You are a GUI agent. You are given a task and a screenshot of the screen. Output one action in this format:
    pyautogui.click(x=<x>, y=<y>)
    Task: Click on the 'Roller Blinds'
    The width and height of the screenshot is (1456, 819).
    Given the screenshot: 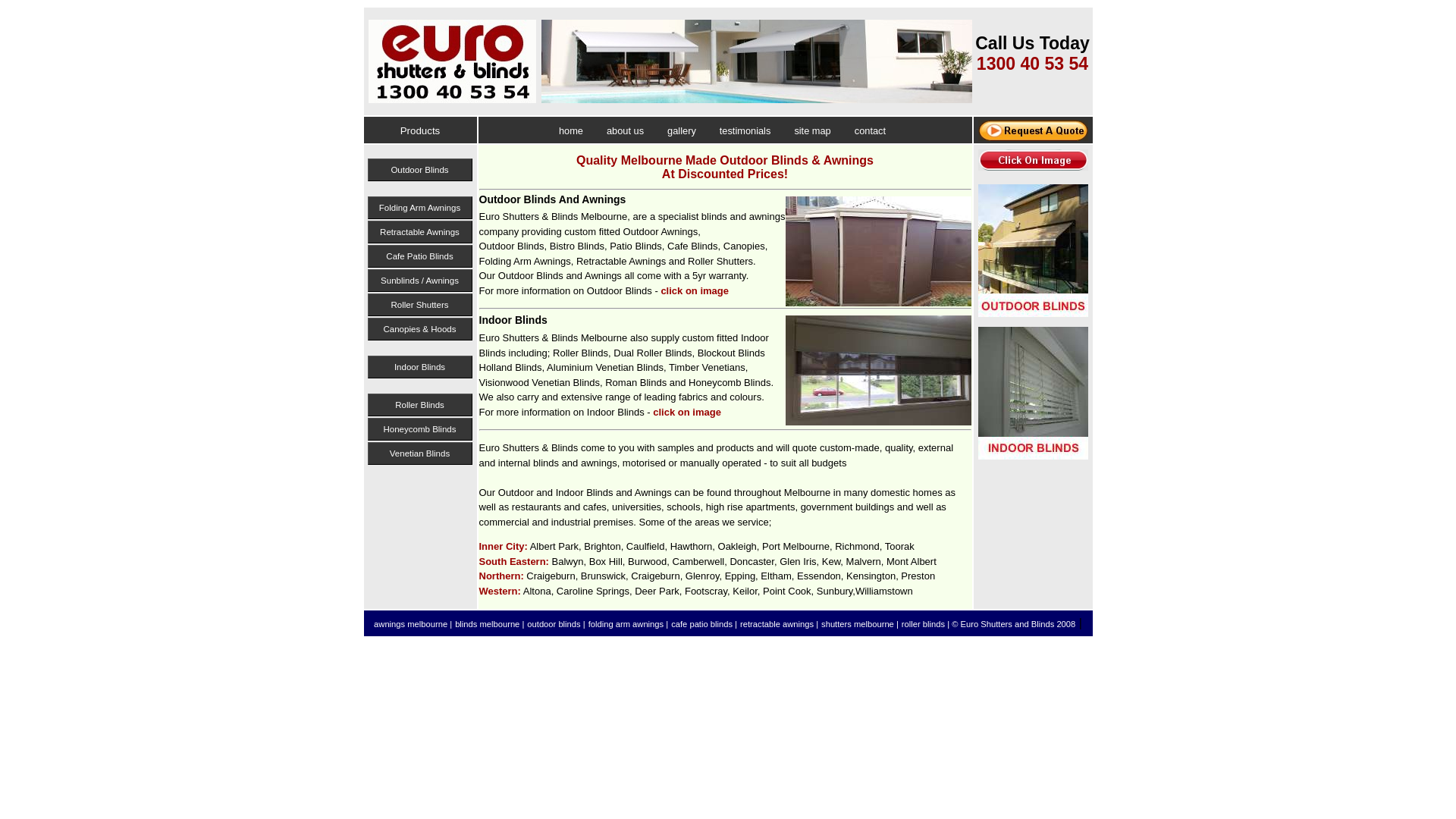 What is the action you would take?
    pyautogui.click(x=419, y=403)
    